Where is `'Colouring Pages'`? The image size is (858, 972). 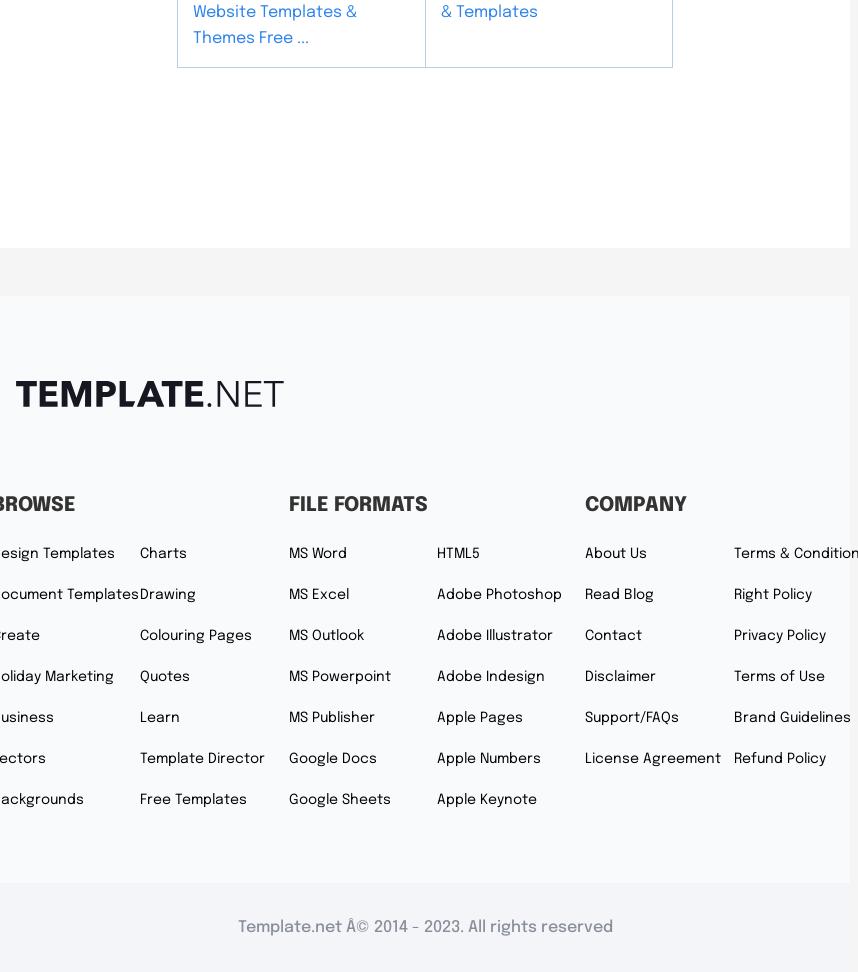 'Colouring Pages' is located at coordinates (195, 635).